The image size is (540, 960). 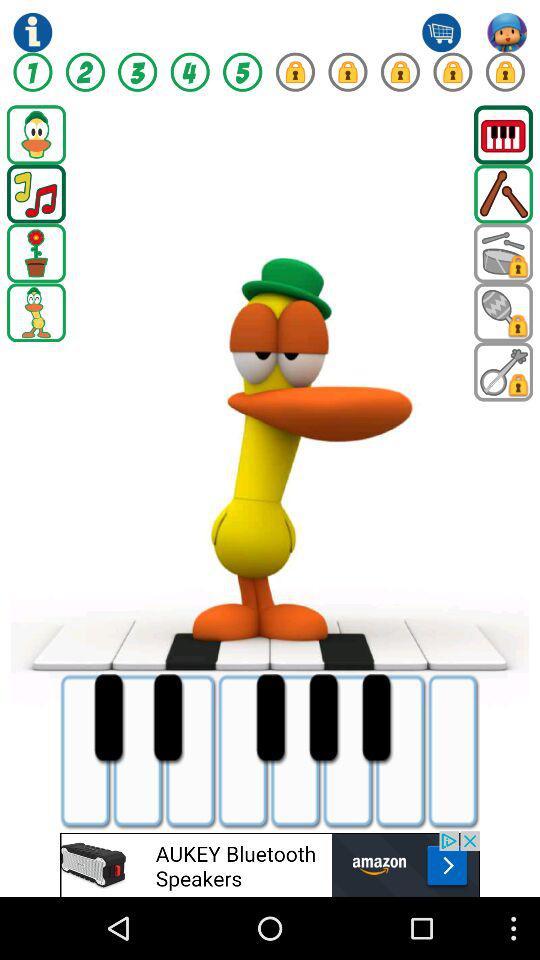 What do you see at coordinates (502, 133) in the screenshot?
I see `piano` at bounding box center [502, 133].